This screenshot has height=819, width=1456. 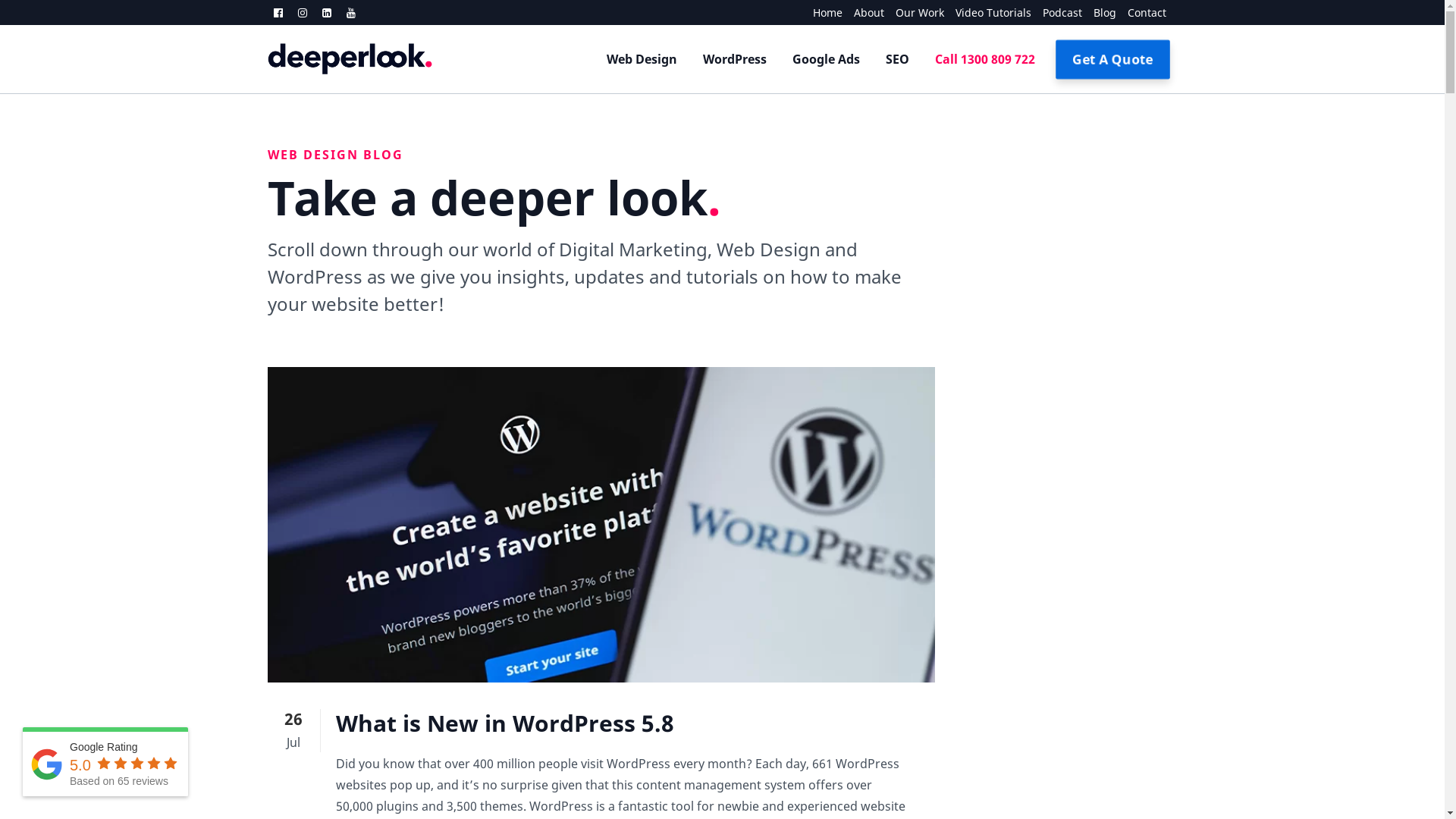 I want to click on 'Podcast', so click(x=1056, y=12).